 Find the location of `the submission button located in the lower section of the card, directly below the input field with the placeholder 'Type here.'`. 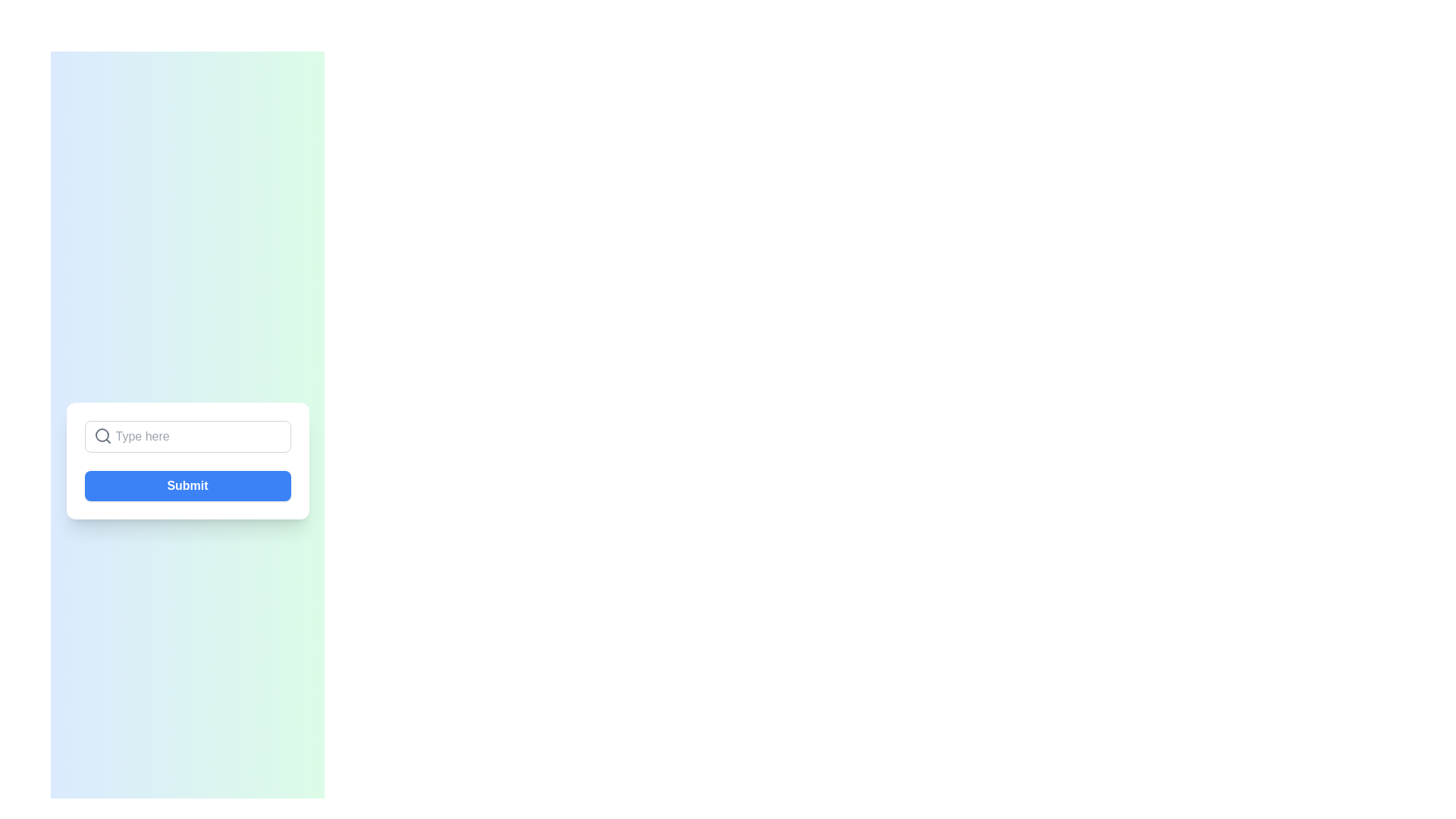

the submission button located in the lower section of the card, directly below the input field with the placeholder 'Type here.' is located at coordinates (187, 460).